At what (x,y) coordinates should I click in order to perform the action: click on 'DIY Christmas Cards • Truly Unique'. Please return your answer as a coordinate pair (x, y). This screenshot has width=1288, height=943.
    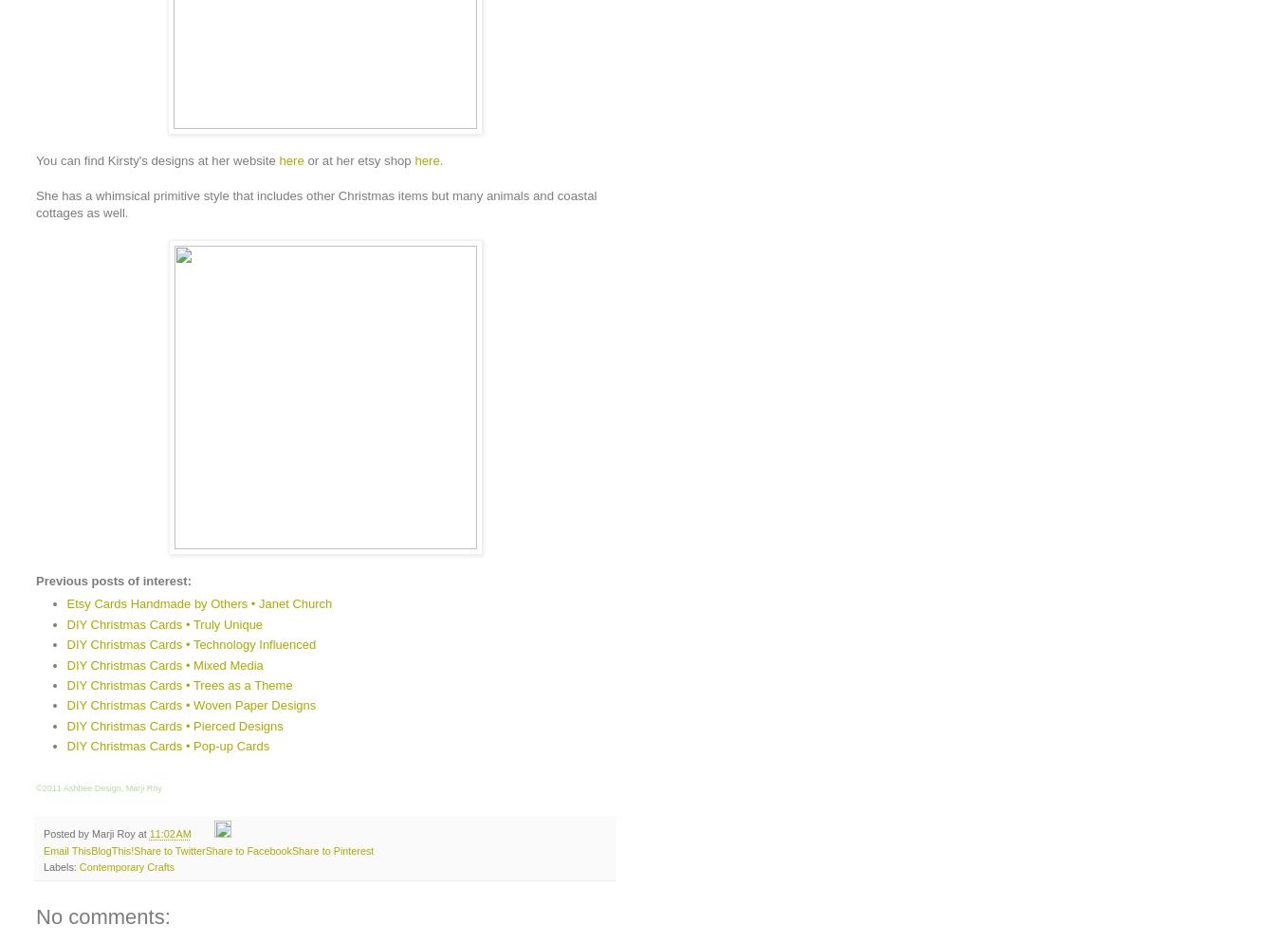
    Looking at the image, I should click on (164, 623).